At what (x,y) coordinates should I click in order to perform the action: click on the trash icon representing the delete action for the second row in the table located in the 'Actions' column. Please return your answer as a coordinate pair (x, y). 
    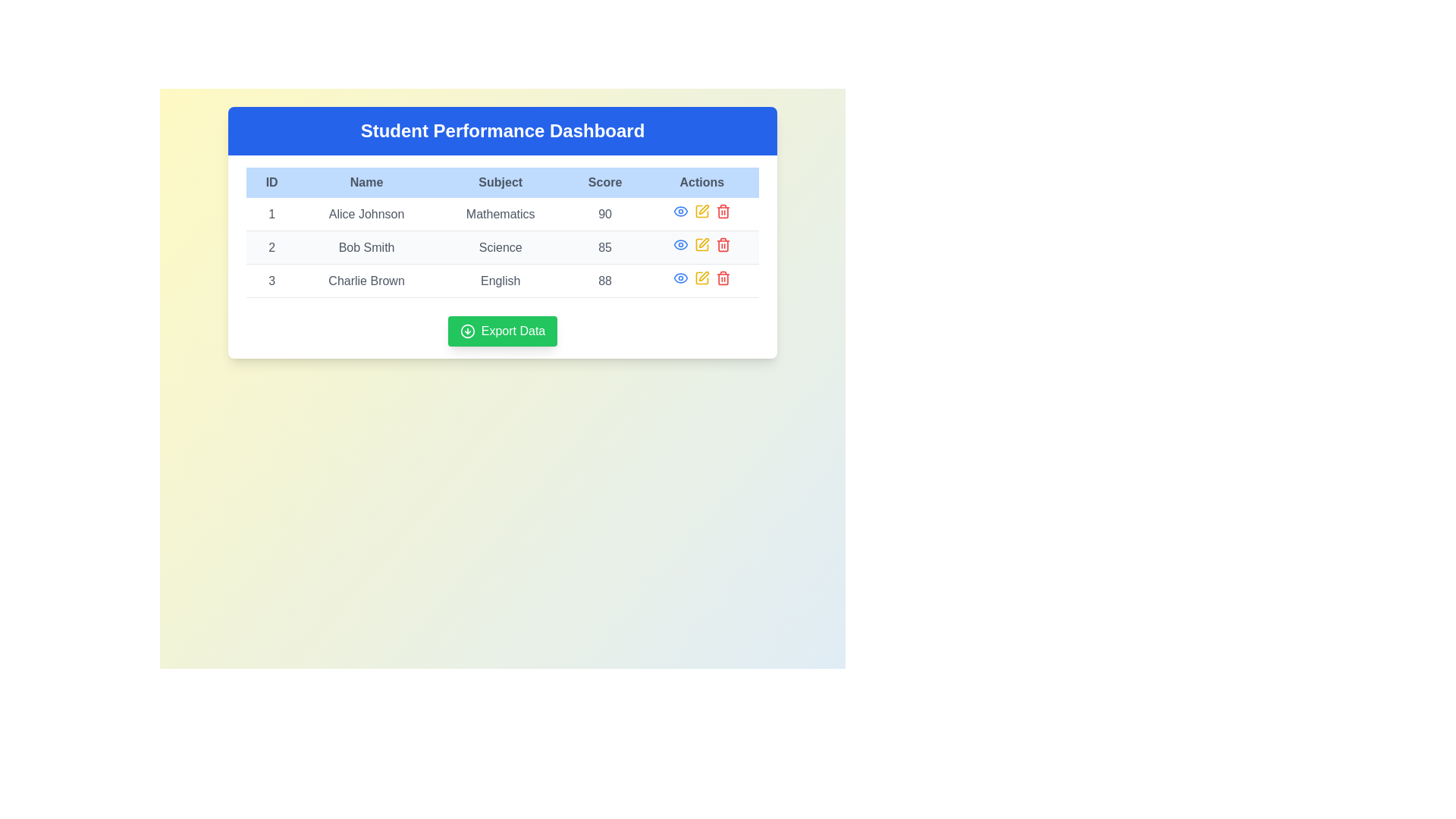
    Looking at the image, I should click on (722, 245).